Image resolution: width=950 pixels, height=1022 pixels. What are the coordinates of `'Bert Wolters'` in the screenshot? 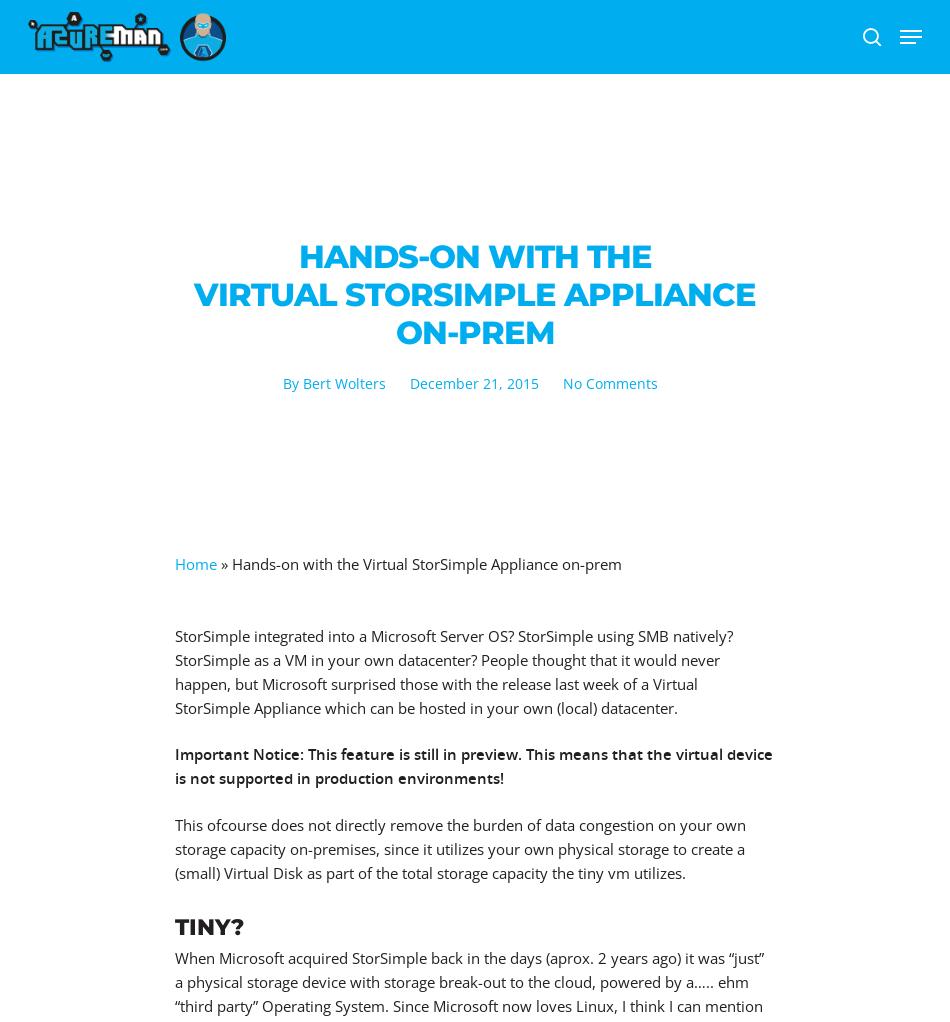 It's located at (342, 382).